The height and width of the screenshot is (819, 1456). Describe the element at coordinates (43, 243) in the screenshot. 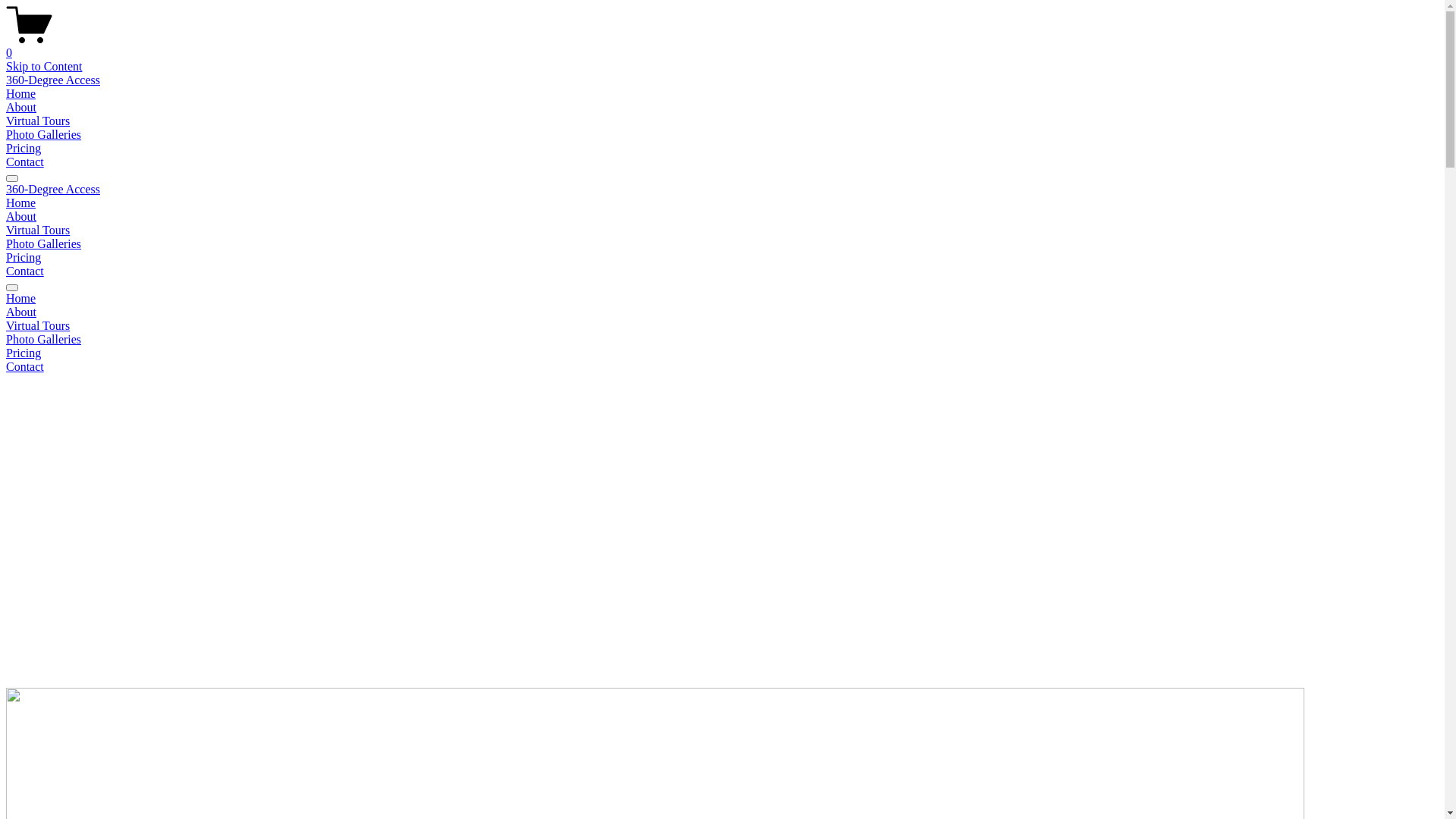

I see `'Photo Galleries'` at that location.